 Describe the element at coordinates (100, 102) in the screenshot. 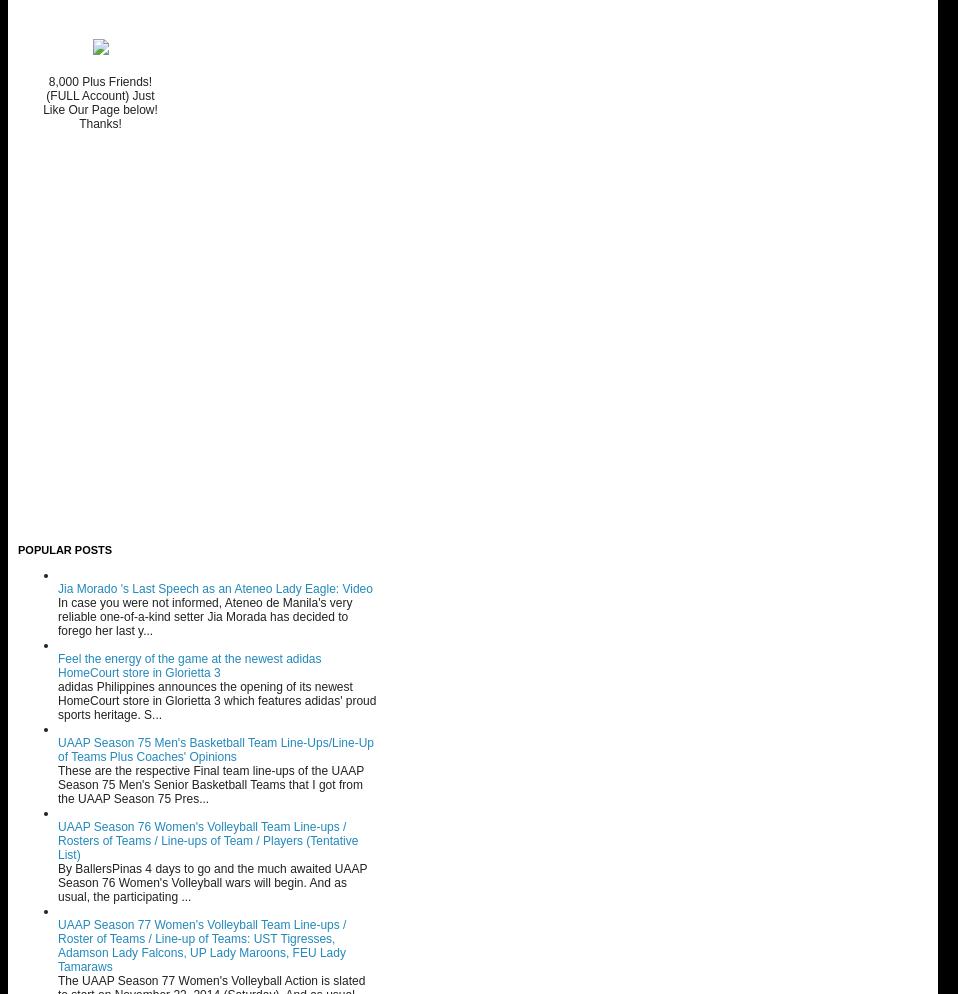

I see `'8,000 Plus Friends!(FULL Account) Just Like Our Page below! Thanks!'` at that location.